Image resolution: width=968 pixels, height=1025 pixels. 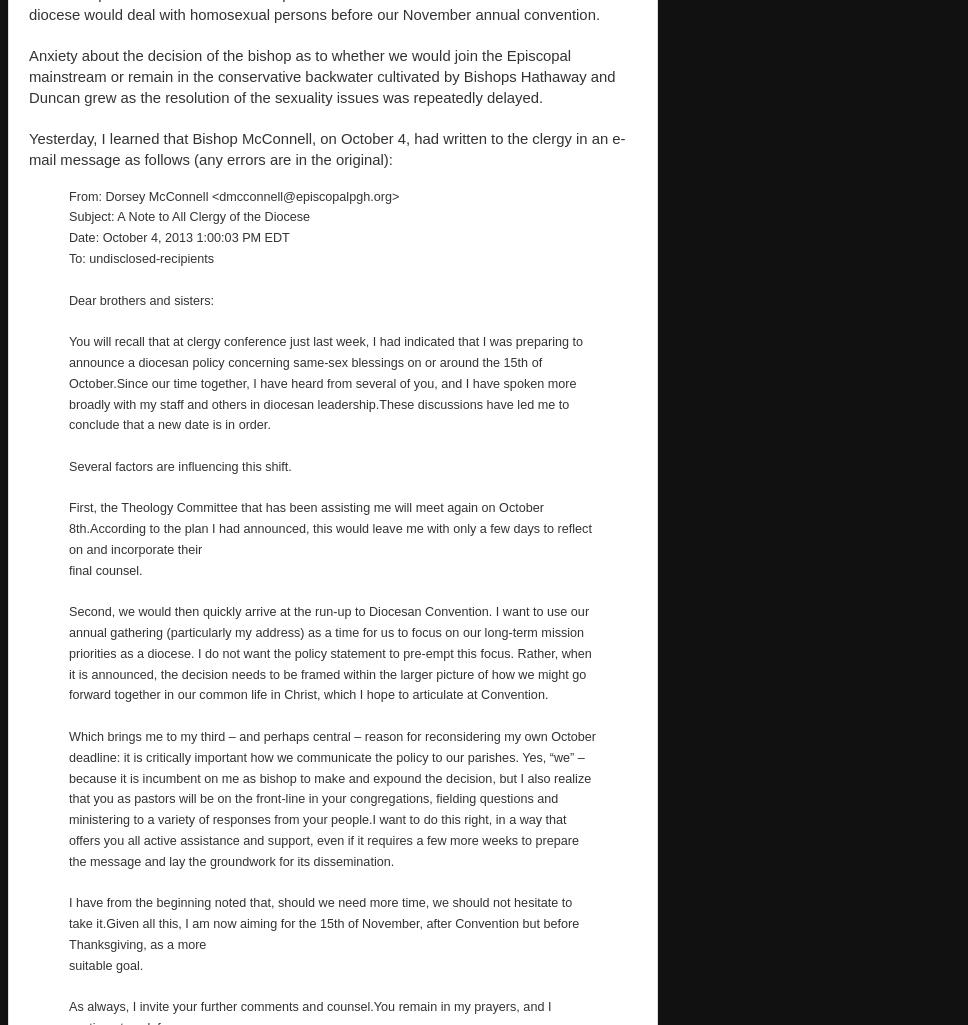 What do you see at coordinates (178, 237) in the screenshot?
I see `'Date: October 4, 2013 1:00:03 PM EDT'` at bounding box center [178, 237].